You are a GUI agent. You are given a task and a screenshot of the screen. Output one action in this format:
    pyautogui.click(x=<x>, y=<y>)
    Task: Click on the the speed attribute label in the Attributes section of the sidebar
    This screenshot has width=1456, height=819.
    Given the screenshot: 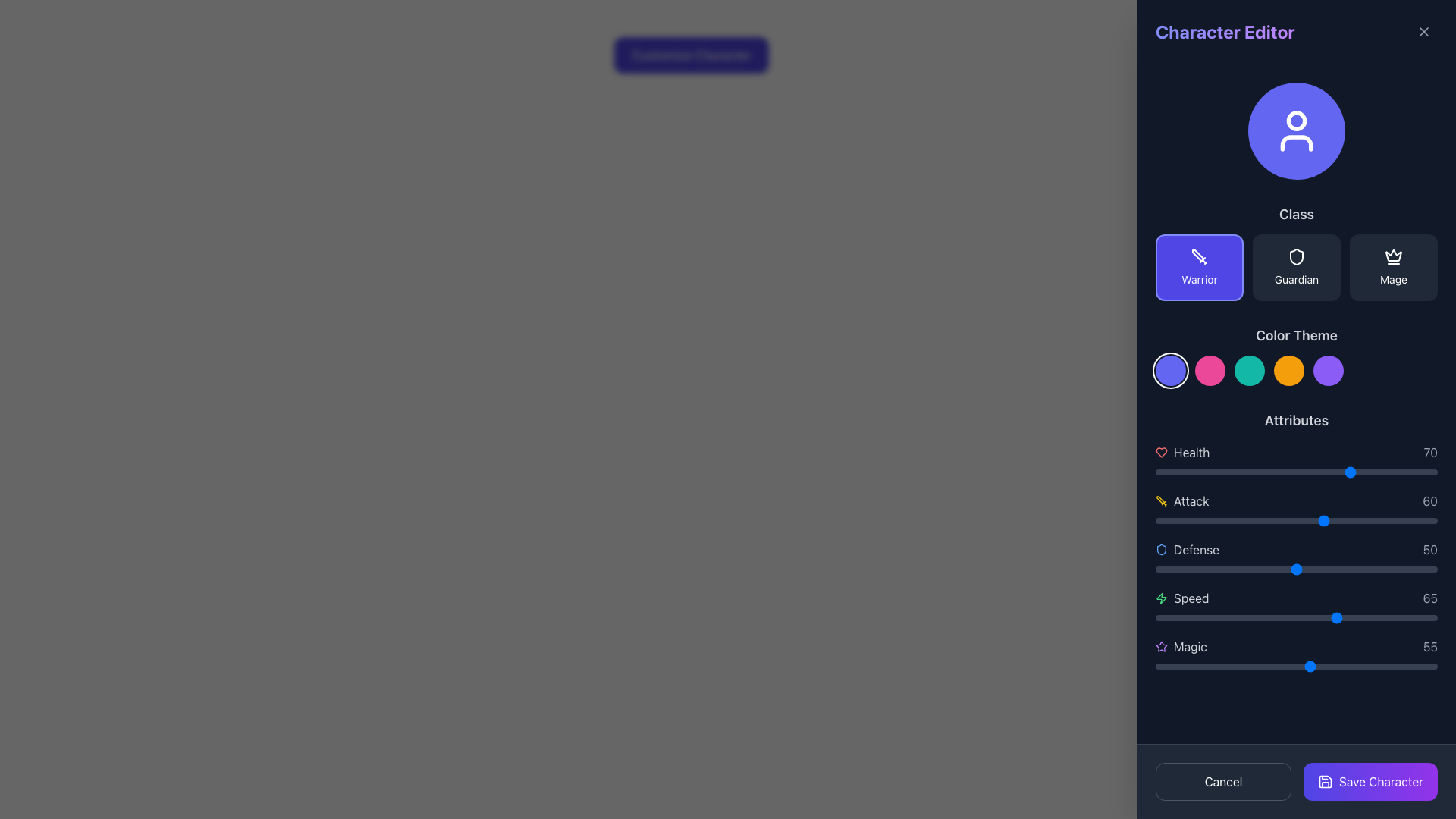 What is the action you would take?
    pyautogui.click(x=1191, y=598)
    